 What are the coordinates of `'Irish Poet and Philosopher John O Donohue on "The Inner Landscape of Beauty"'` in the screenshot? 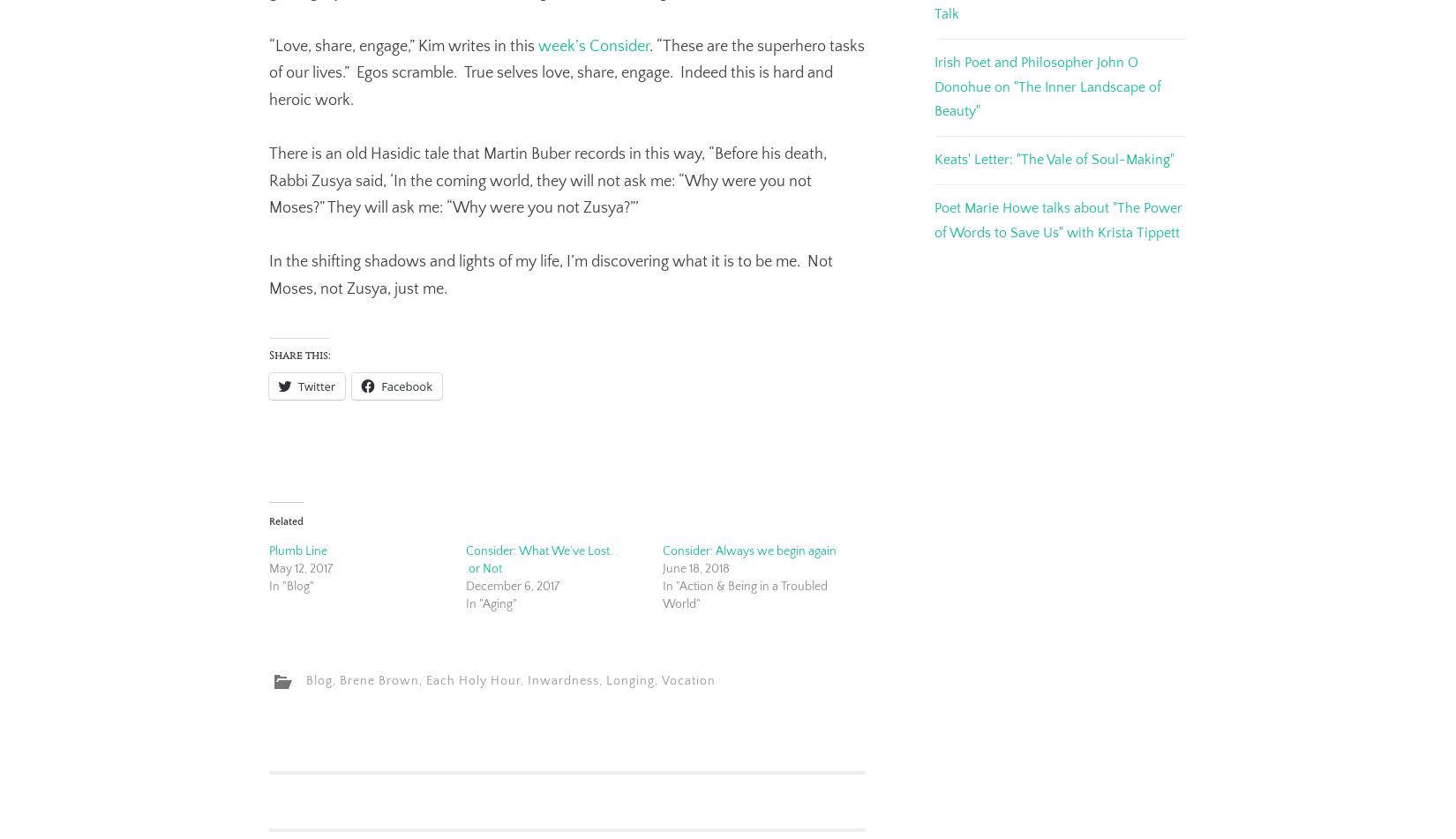 It's located at (1047, 86).